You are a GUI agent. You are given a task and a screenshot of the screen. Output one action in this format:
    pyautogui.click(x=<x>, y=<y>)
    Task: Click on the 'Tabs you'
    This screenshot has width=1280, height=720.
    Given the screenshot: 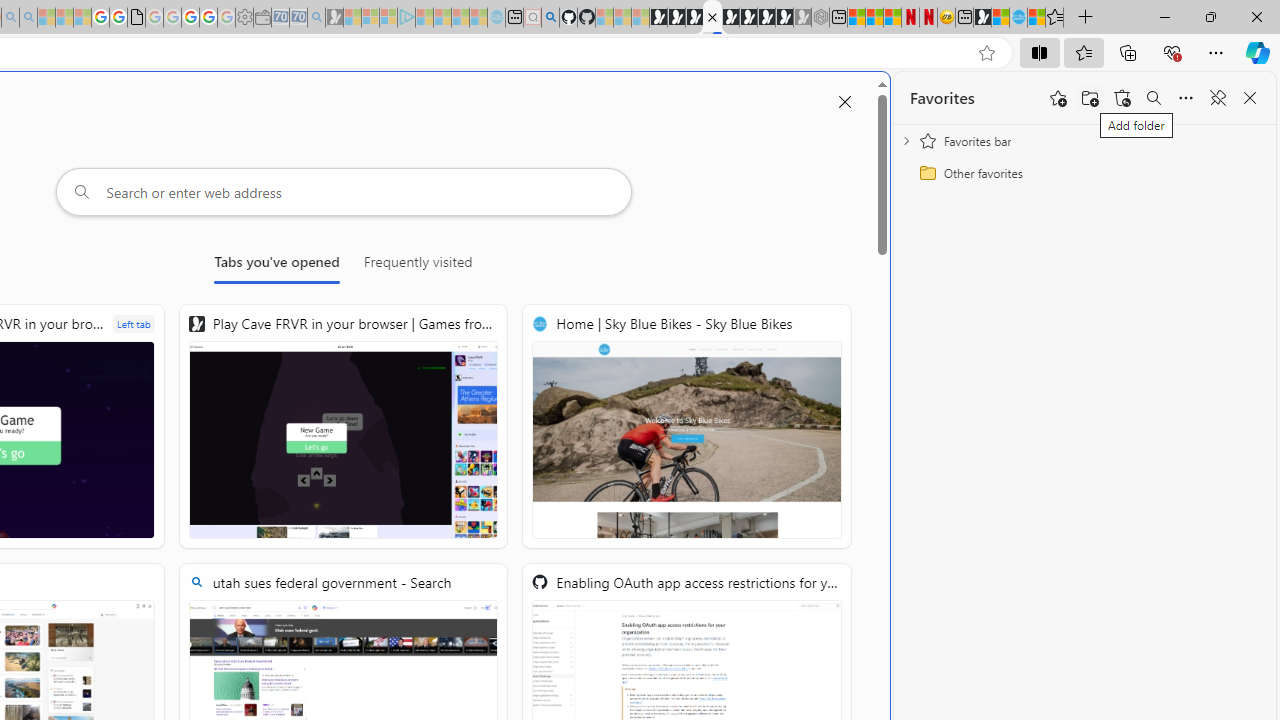 What is the action you would take?
    pyautogui.click(x=276, y=265)
    